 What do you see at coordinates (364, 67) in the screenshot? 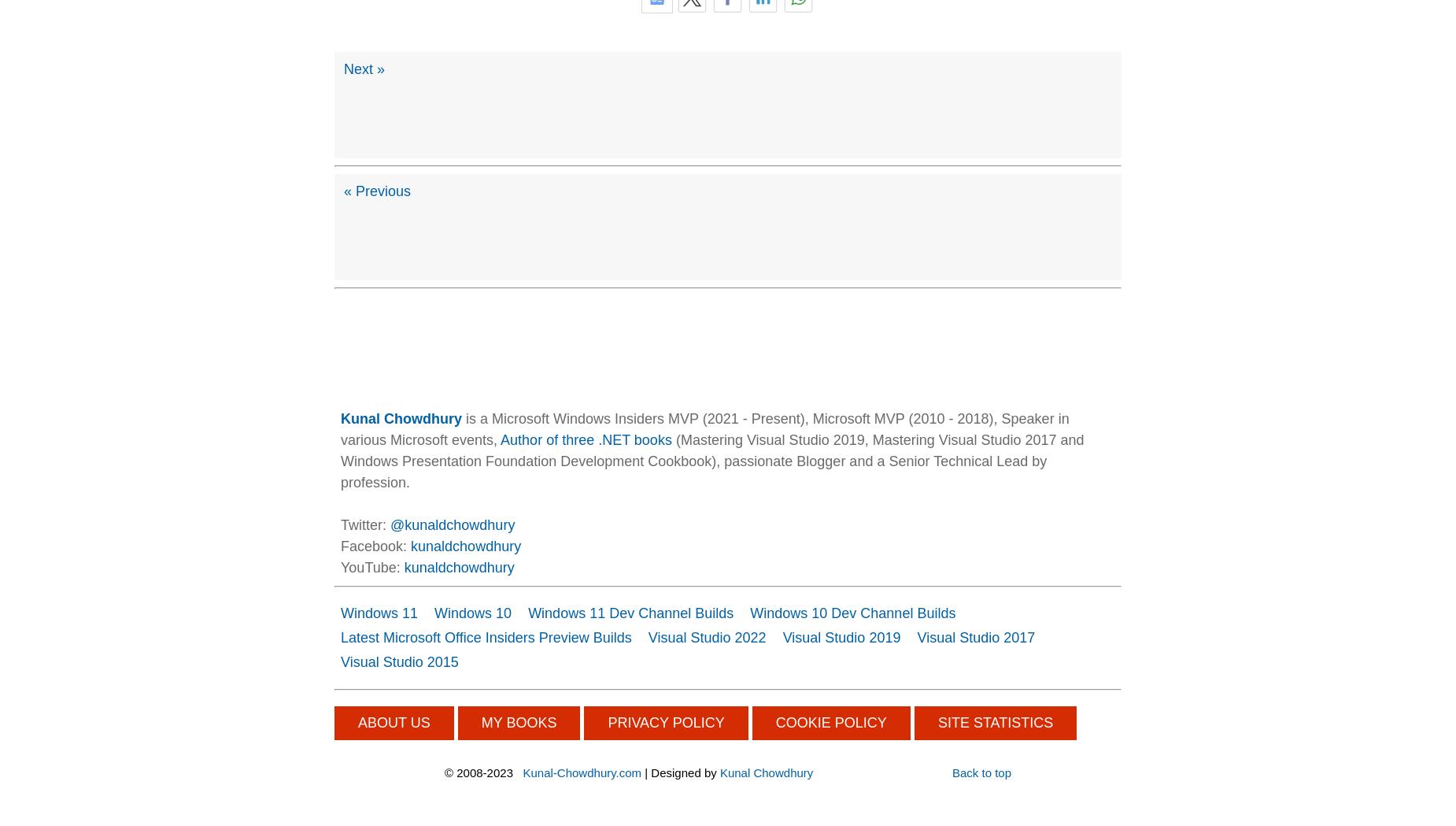
I see `'Next »'` at bounding box center [364, 67].